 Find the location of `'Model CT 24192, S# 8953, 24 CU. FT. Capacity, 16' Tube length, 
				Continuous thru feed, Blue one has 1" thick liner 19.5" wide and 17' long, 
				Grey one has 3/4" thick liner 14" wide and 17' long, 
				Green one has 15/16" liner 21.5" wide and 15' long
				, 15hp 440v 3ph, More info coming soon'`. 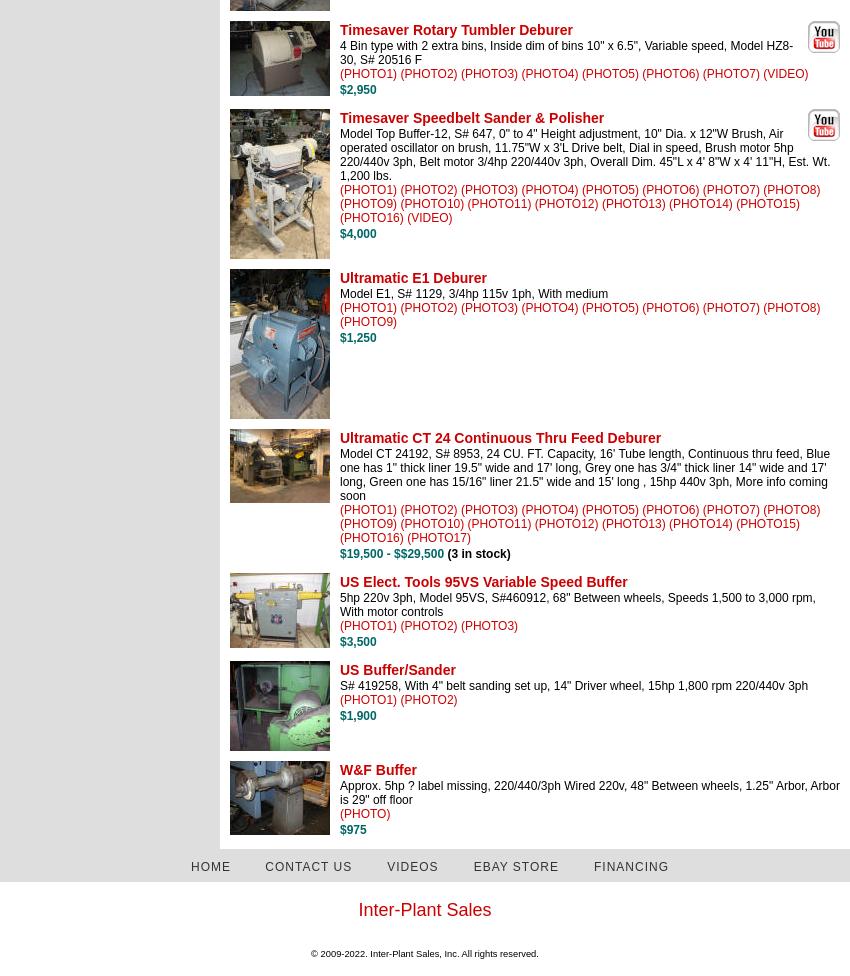

'Model CT 24192, S# 8953, 24 CU. FT. Capacity, 16' Tube length, 
				Continuous thru feed, Blue one has 1" thick liner 19.5" wide and 17' long, 
				Grey one has 3/4" thick liner 14" wide and 17' long, 
				Green one has 15/16" liner 21.5" wide and 15' long
				, 15hp 440v 3ph, More info coming soon' is located at coordinates (584, 474).